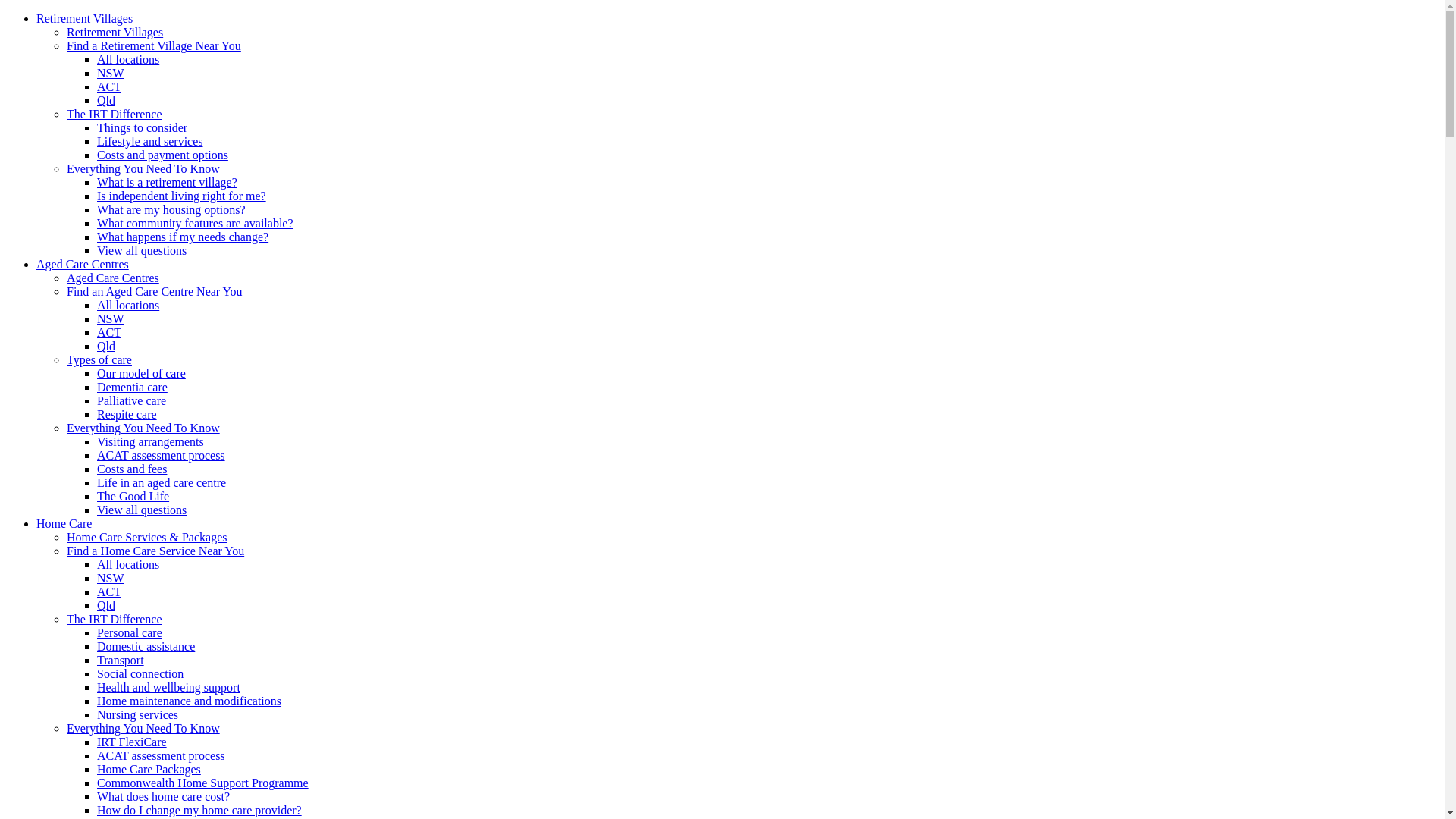  I want to click on 'Palliative care', so click(96, 400).